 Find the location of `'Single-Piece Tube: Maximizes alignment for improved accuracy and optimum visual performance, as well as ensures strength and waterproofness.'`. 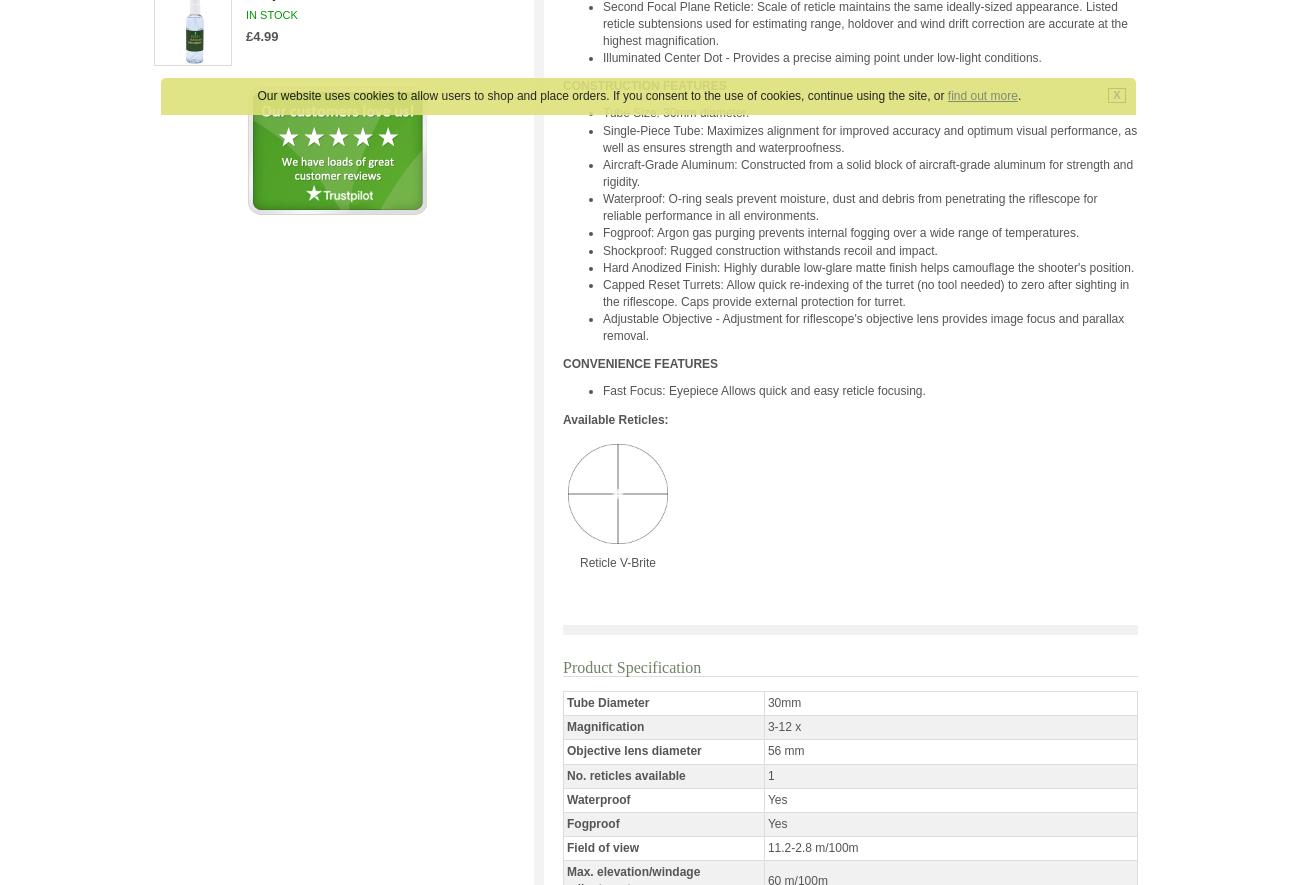

'Single-Piece Tube: Maximizes alignment for improved accuracy and optimum visual performance, as well as ensures strength and waterproofness.' is located at coordinates (868, 137).